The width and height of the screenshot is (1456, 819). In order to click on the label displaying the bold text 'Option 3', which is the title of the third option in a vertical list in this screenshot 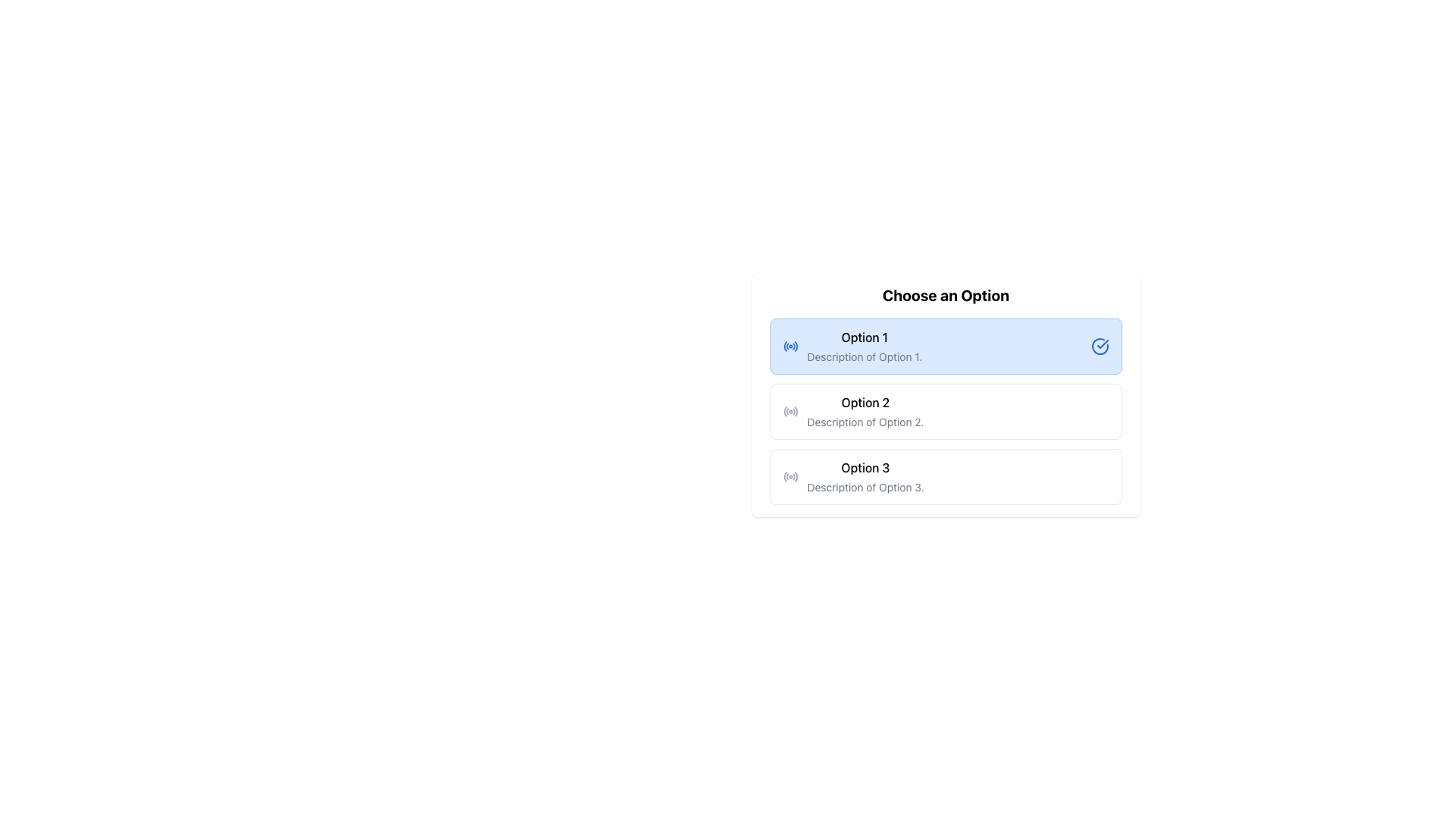, I will do `click(865, 467)`.